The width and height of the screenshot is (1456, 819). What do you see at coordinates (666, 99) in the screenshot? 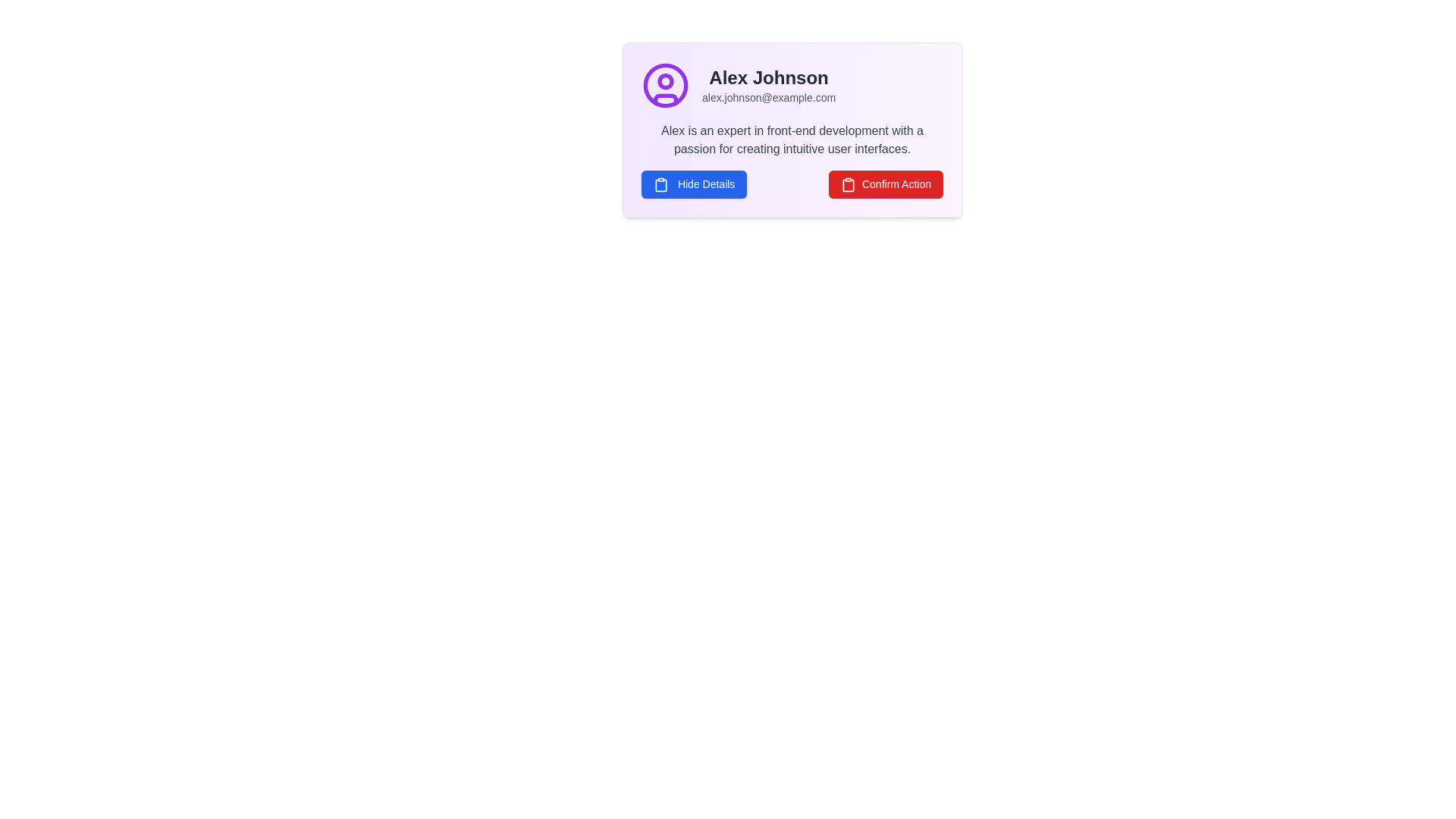
I see `the bold curved line or arc representing the shoulders of the user profile icon, which is located below the circular outline and to the left of the user's name` at bounding box center [666, 99].